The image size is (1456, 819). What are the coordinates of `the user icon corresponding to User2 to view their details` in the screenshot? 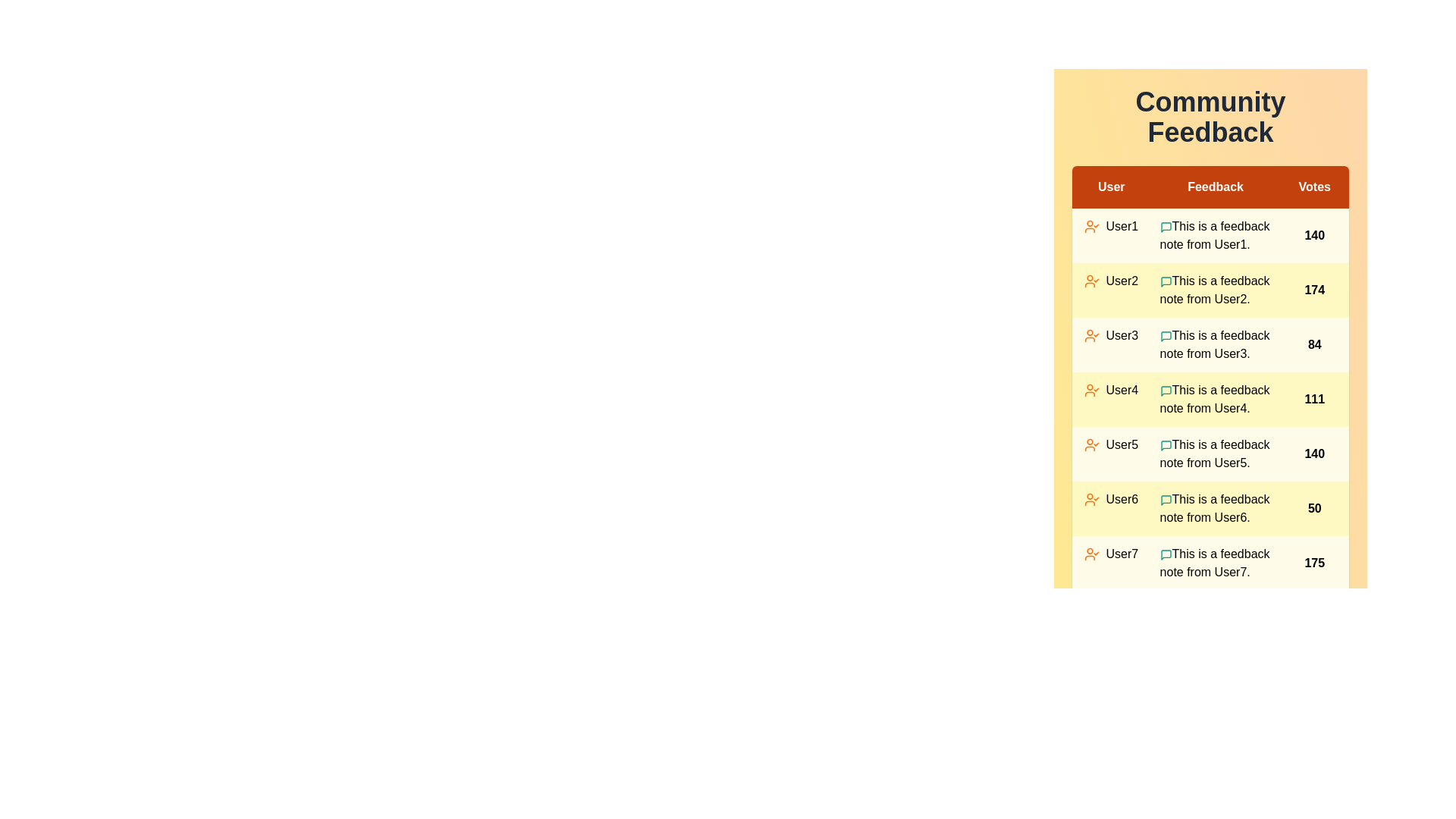 It's located at (1092, 281).